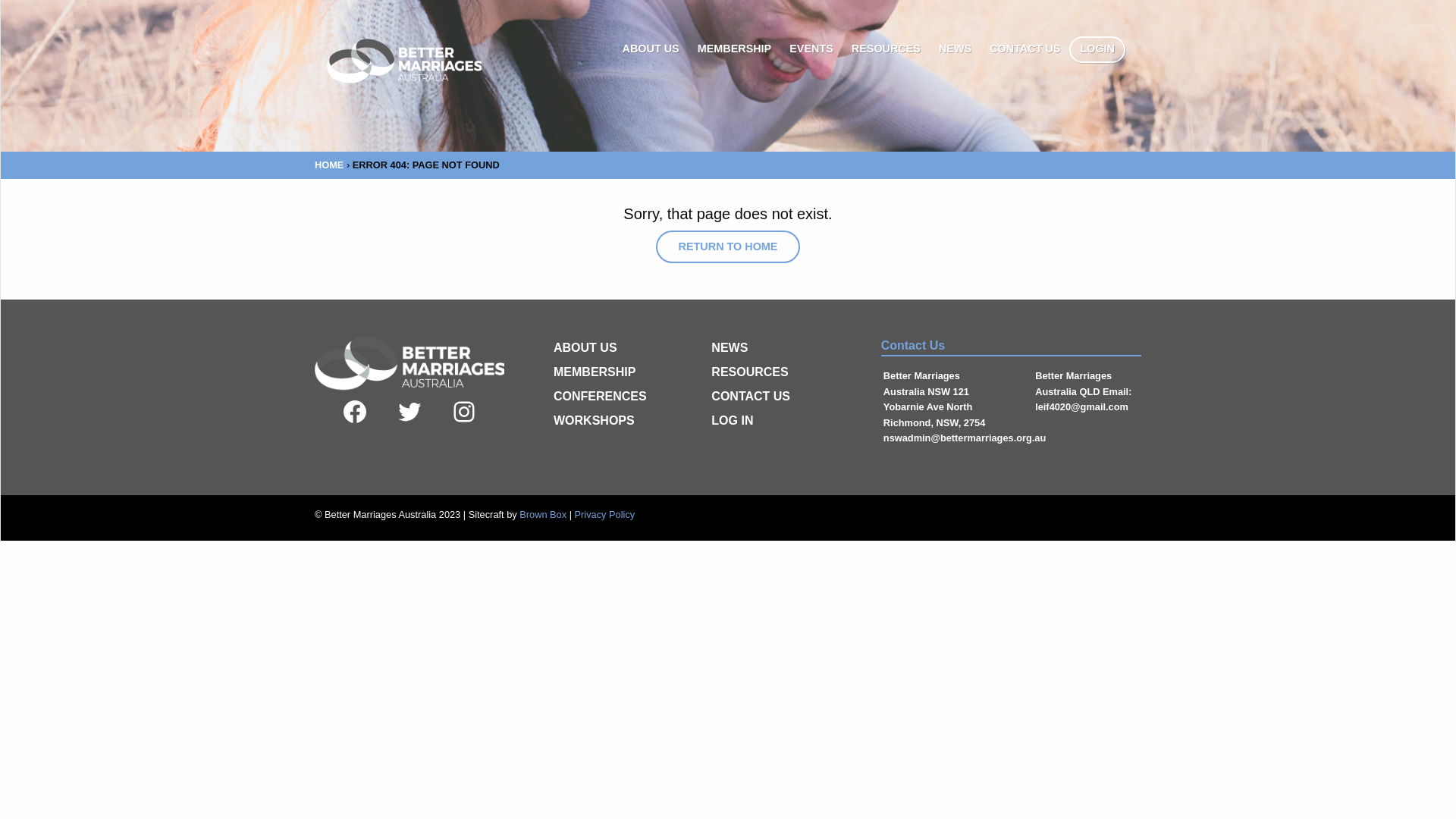 This screenshot has height=819, width=1456. I want to click on 'Instagram', so click(443, 412).